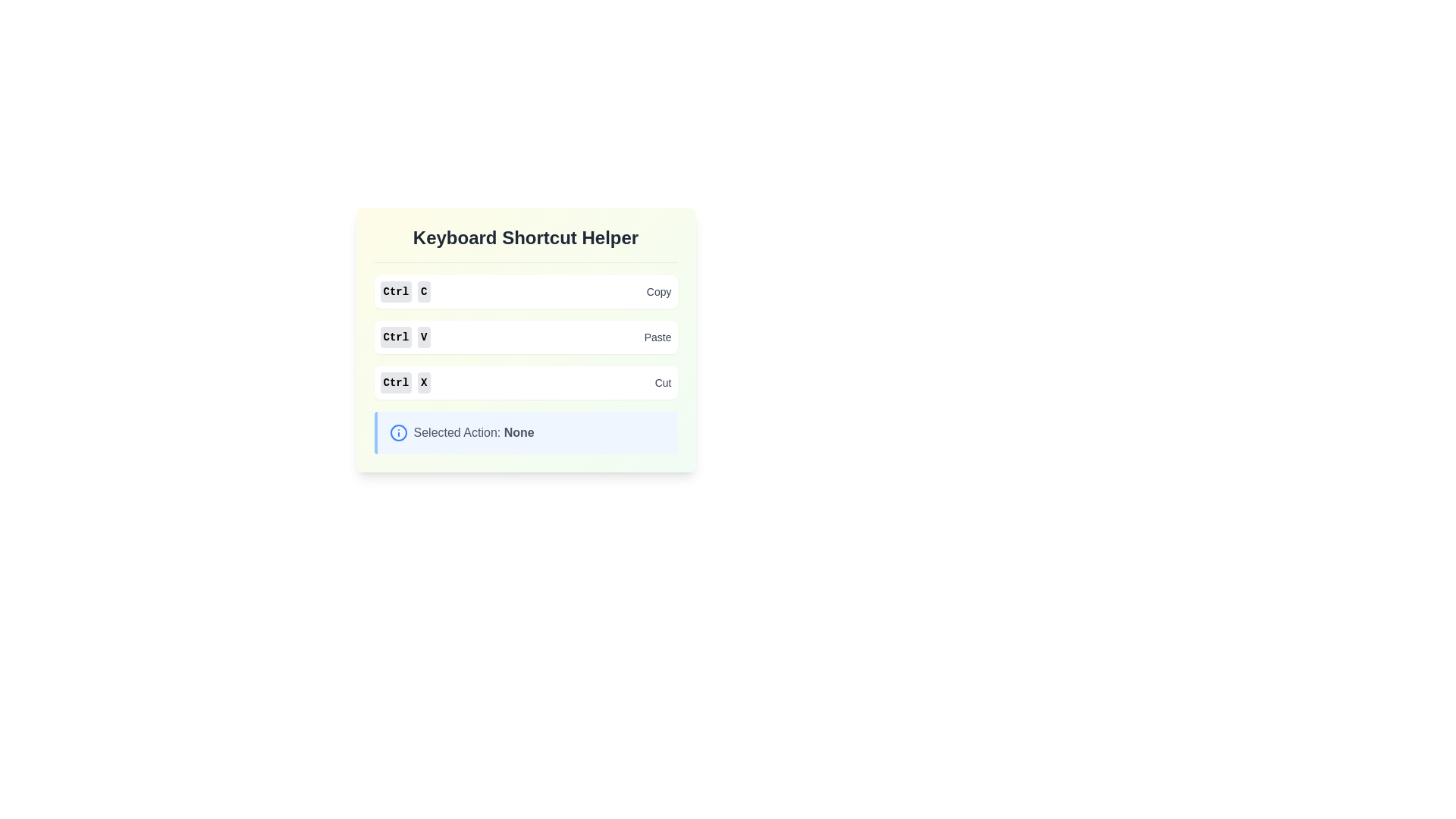  I want to click on the 'Ctrl C' label in the 'Keyboard Shortcut Helper' box, which is styled with a small font and rounded background, located in the topmost row preceding the text 'Copy', so click(405, 292).